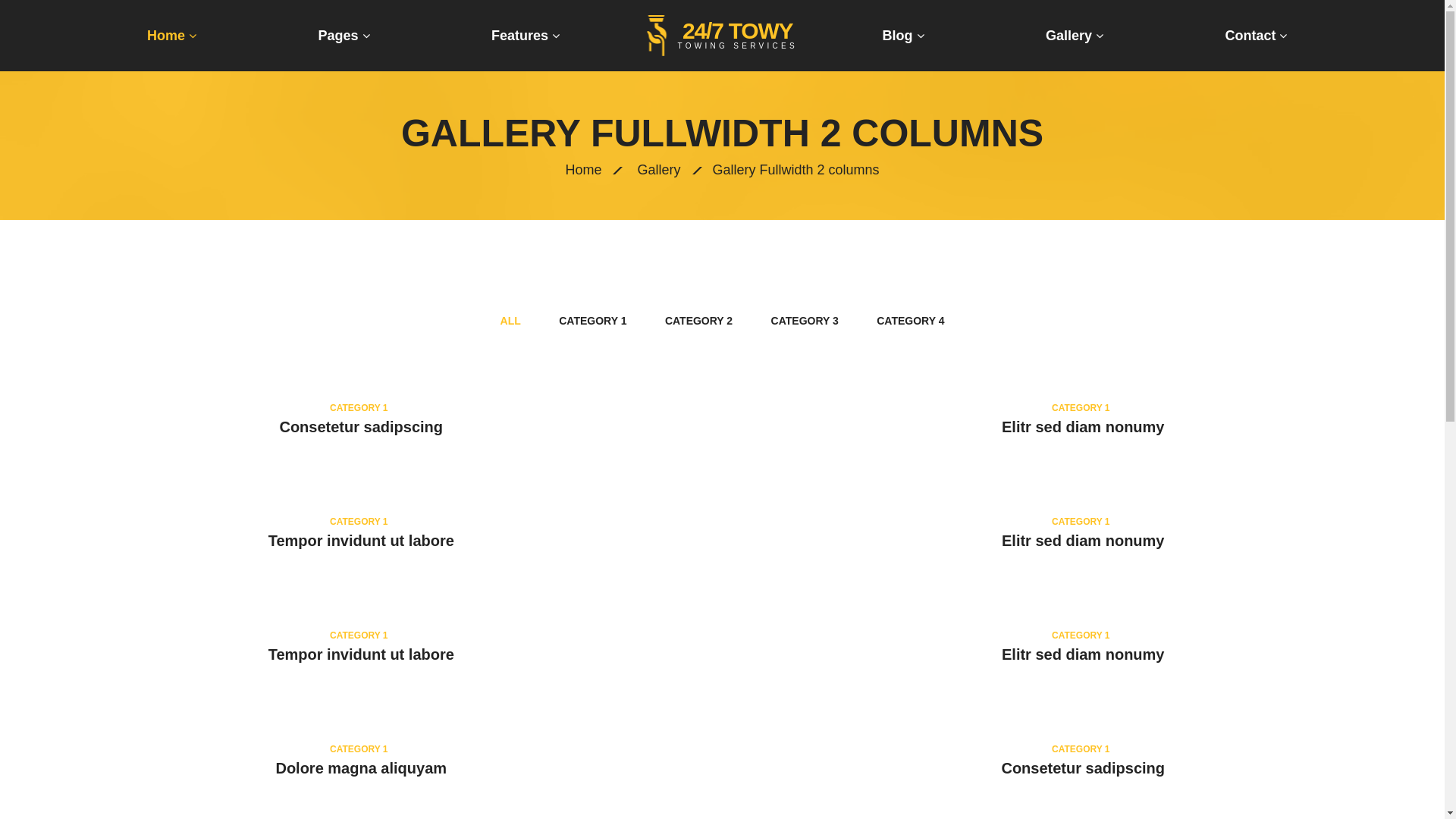  I want to click on 'Features', so click(525, 34).